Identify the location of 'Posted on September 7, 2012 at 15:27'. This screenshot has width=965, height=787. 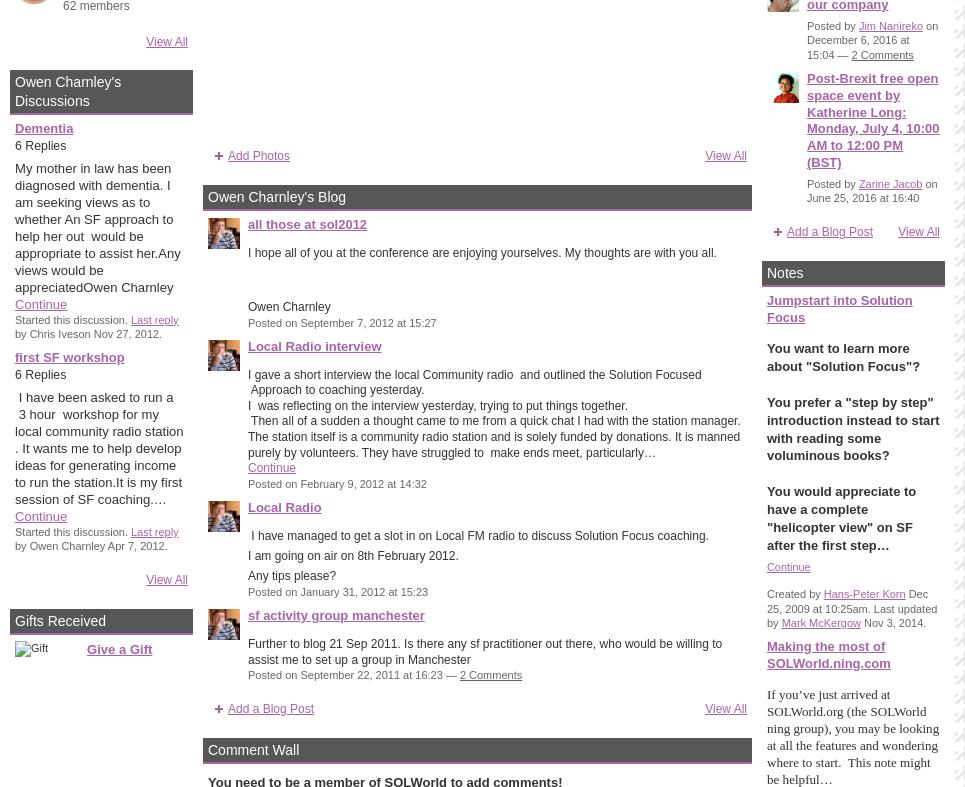
(341, 320).